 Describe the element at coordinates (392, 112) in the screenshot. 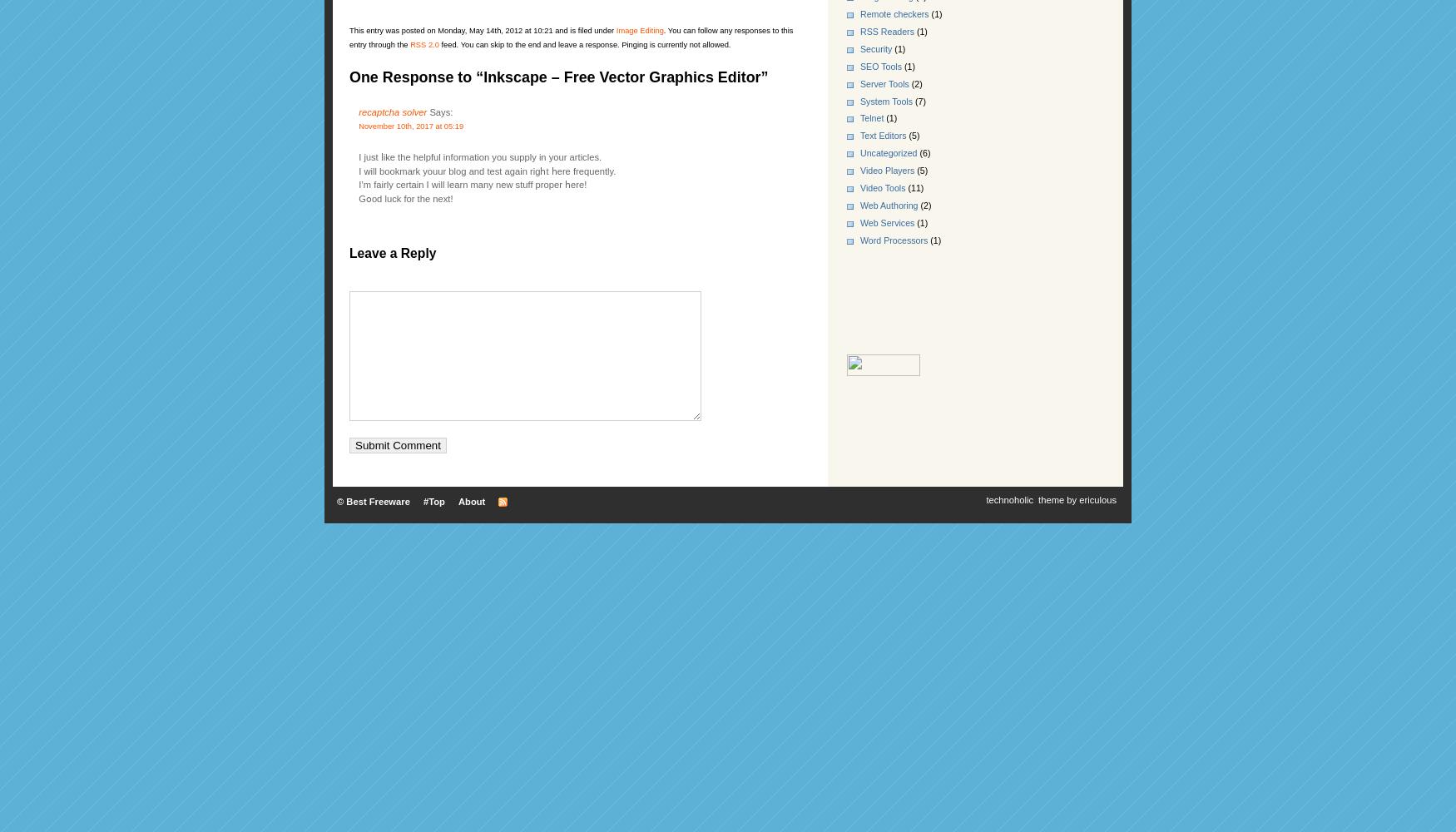

I see `'recaptcha solver'` at that location.